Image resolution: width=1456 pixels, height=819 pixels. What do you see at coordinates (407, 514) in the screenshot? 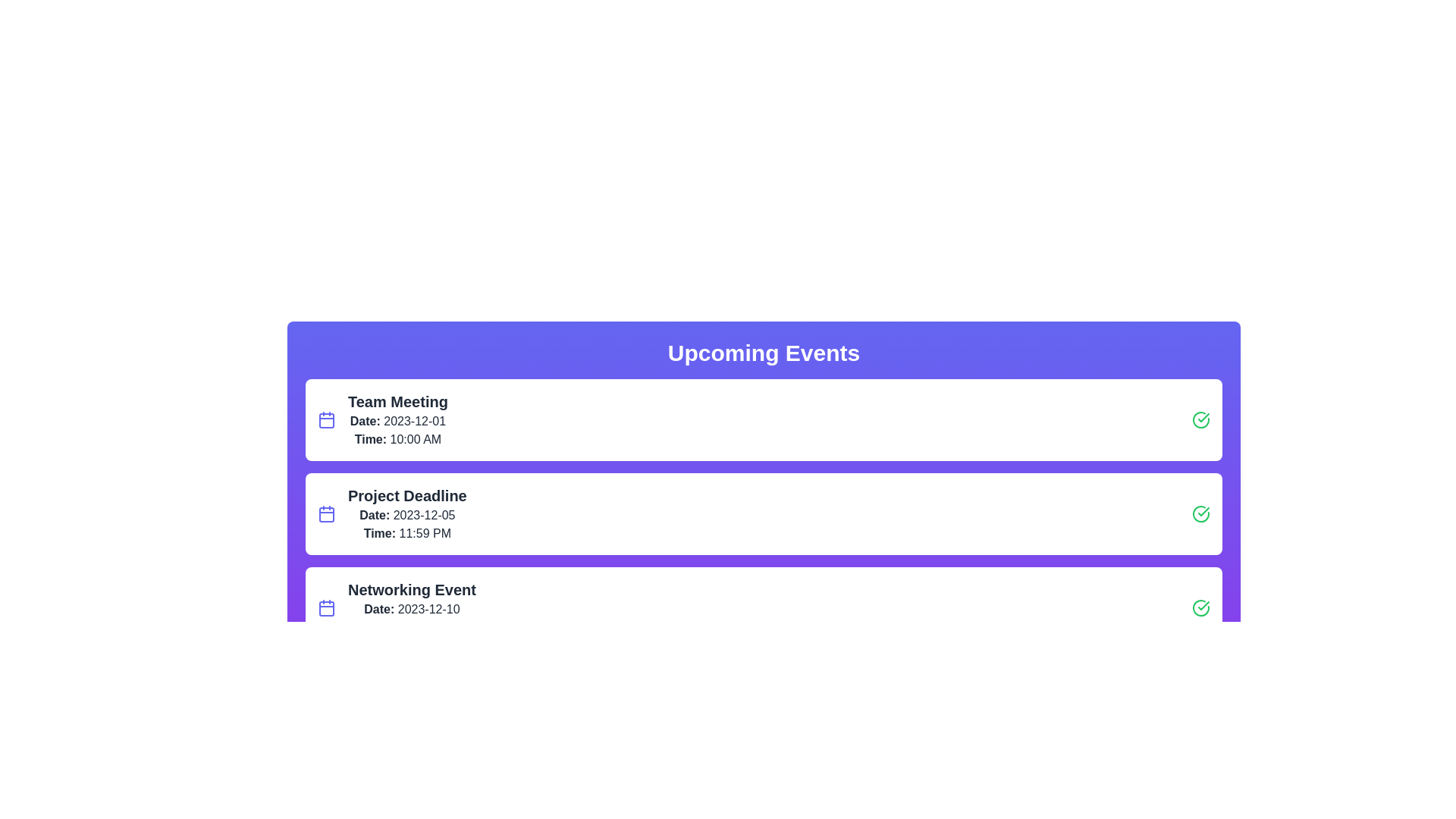
I see `the 'Project Deadline' date text label, which is located in the second event card and aligned with the 'Time' label` at bounding box center [407, 514].